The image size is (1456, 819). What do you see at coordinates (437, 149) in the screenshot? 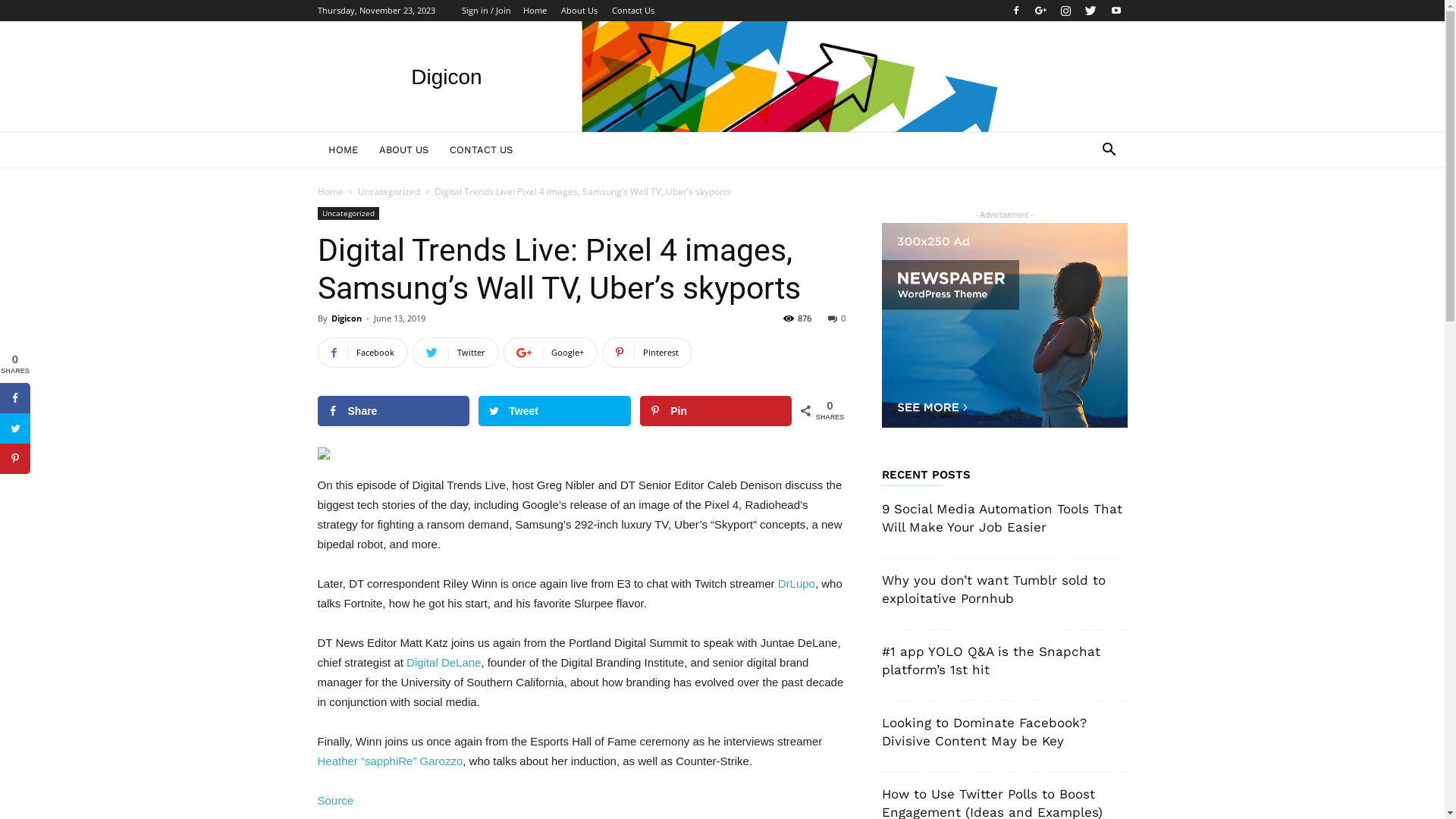
I see `'CONTACT US'` at bounding box center [437, 149].